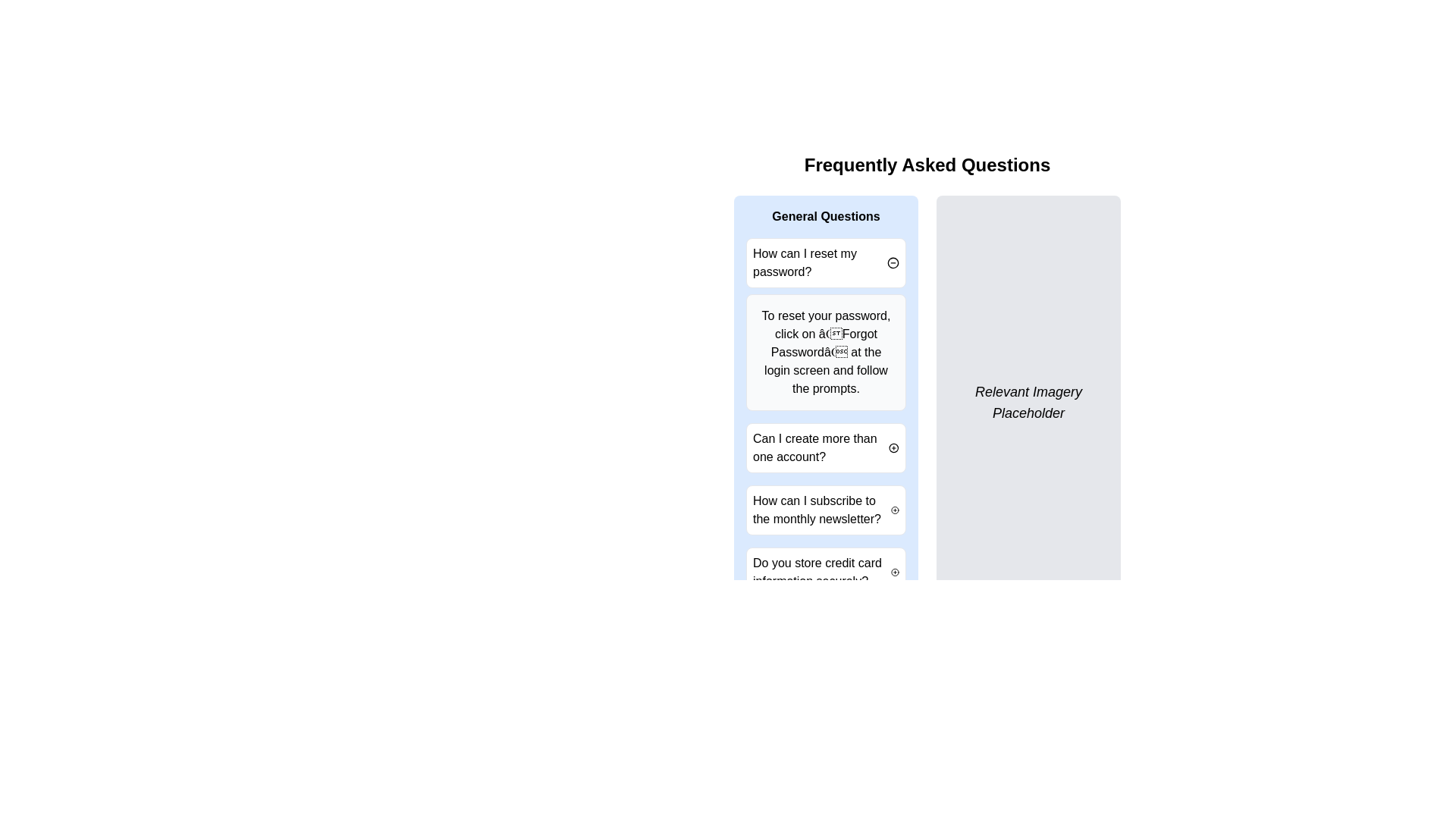  What do you see at coordinates (825, 324) in the screenshot?
I see `detailed description of the FAQ entry about resetting a password, located below the 'General Questions' header in the left-side column` at bounding box center [825, 324].